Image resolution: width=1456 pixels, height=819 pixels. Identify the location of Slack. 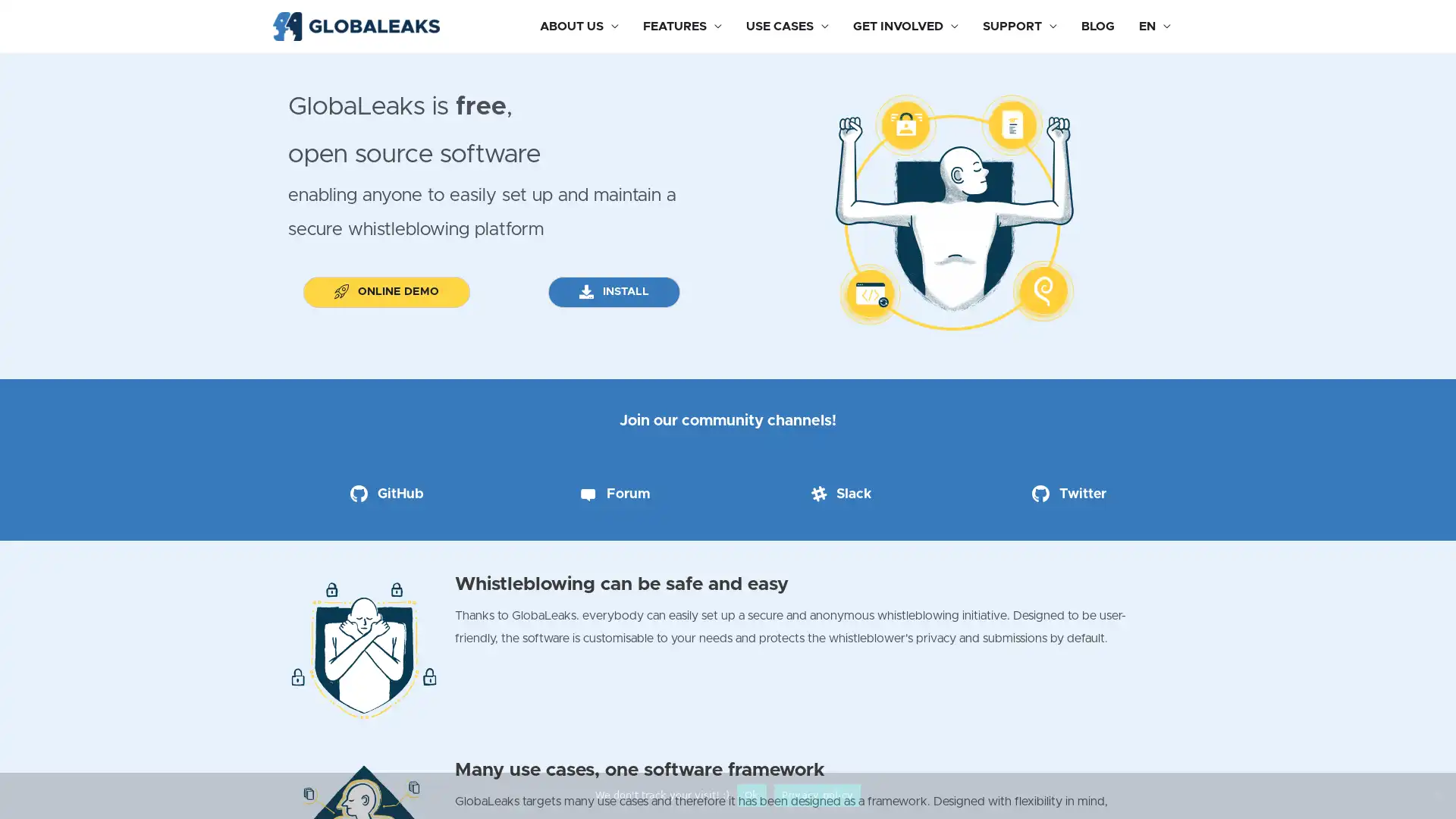
(840, 494).